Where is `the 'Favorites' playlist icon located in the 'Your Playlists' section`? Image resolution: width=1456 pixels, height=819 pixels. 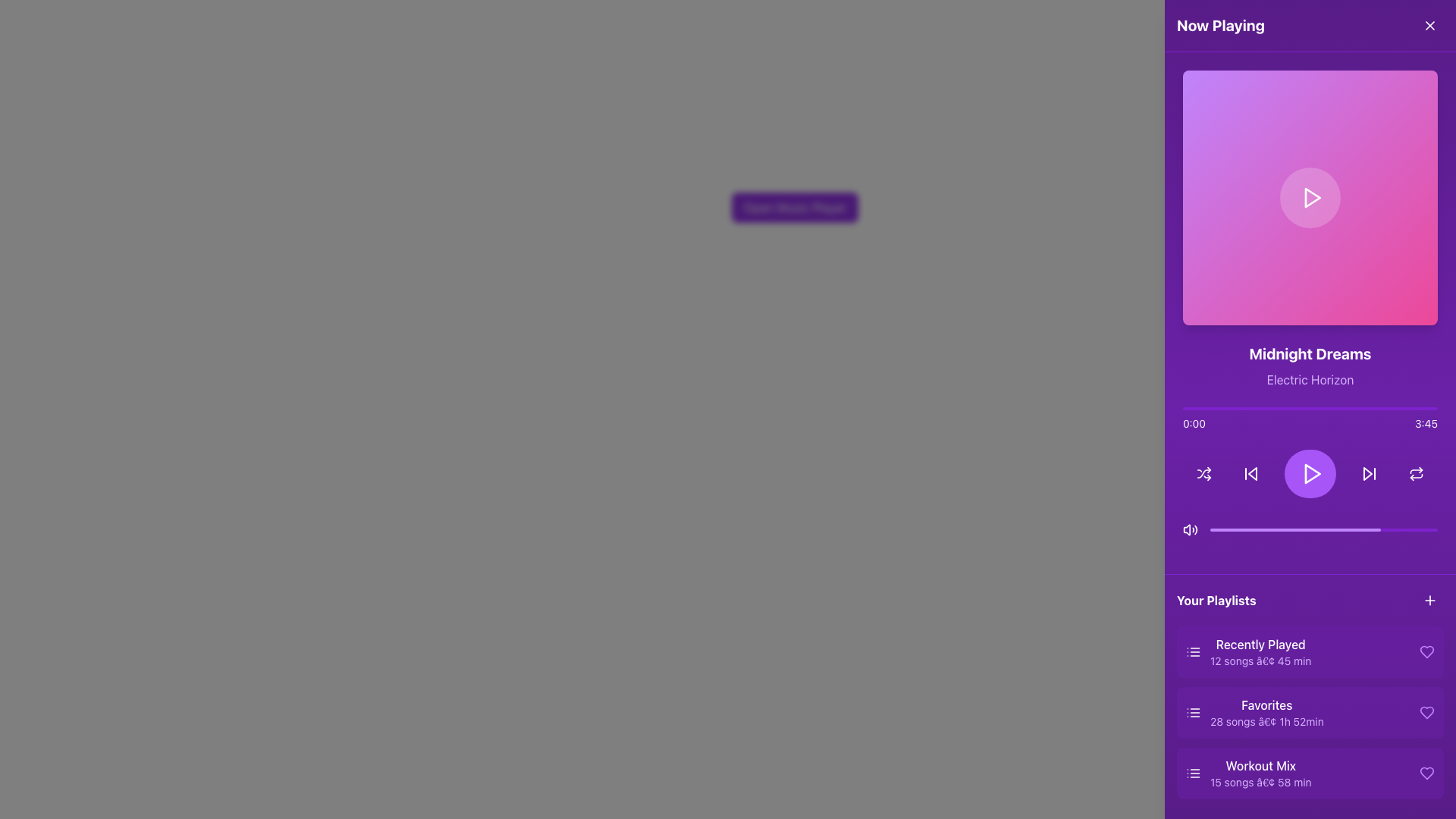
the 'Favorites' playlist icon located in the 'Your Playlists' section is located at coordinates (1193, 713).